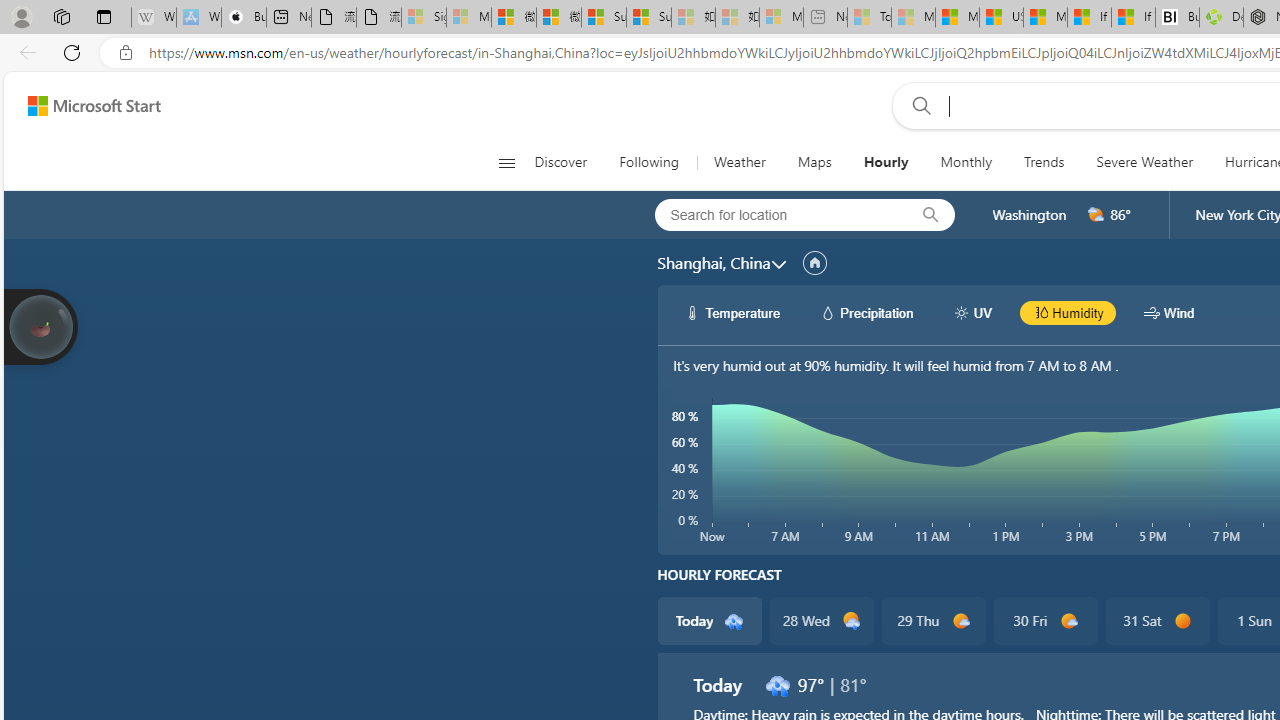  Describe the element at coordinates (242, 17) in the screenshot. I see `'Buy iPad - Apple'` at that location.